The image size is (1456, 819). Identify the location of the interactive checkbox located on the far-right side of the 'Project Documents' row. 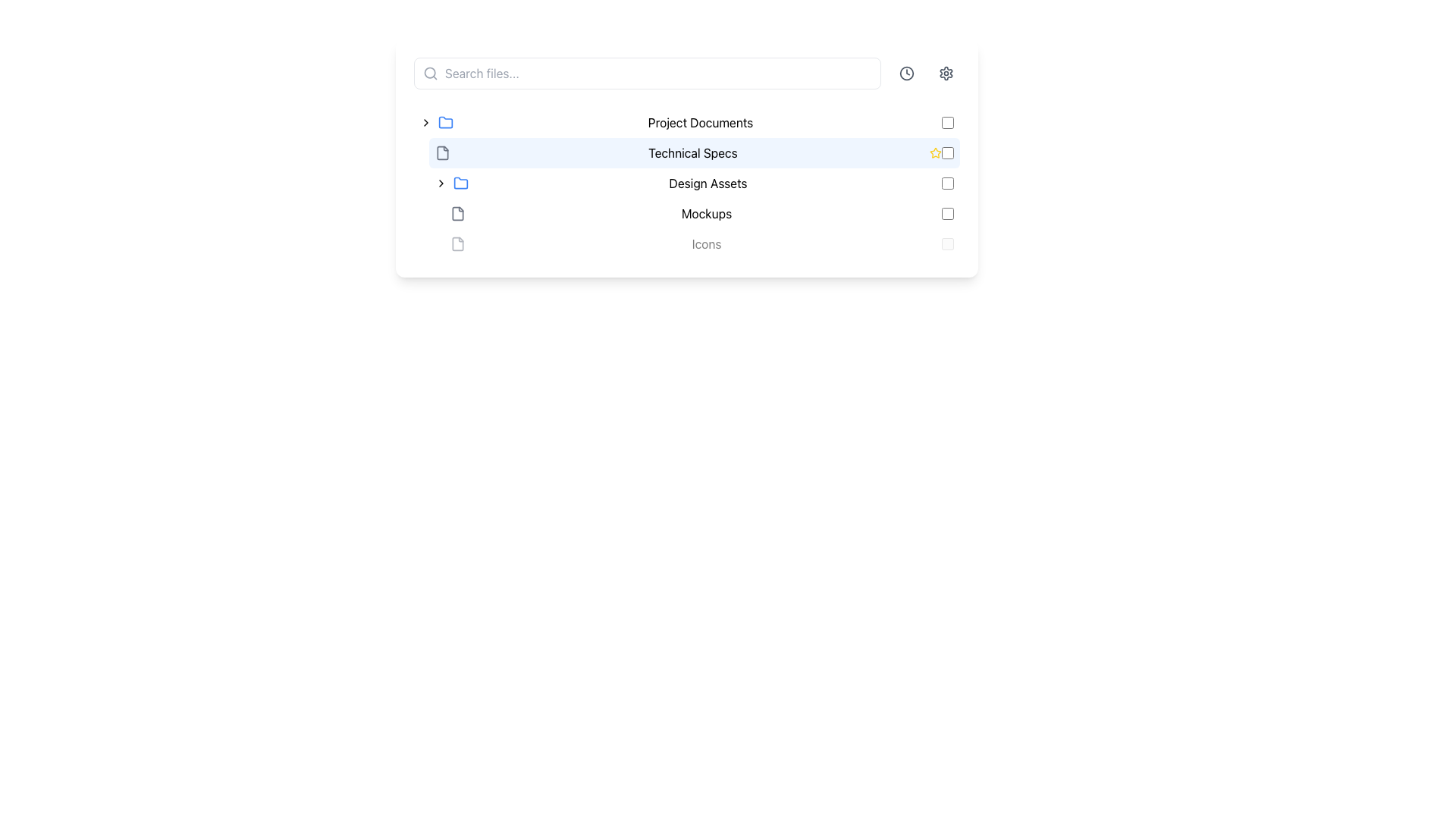
(946, 122).